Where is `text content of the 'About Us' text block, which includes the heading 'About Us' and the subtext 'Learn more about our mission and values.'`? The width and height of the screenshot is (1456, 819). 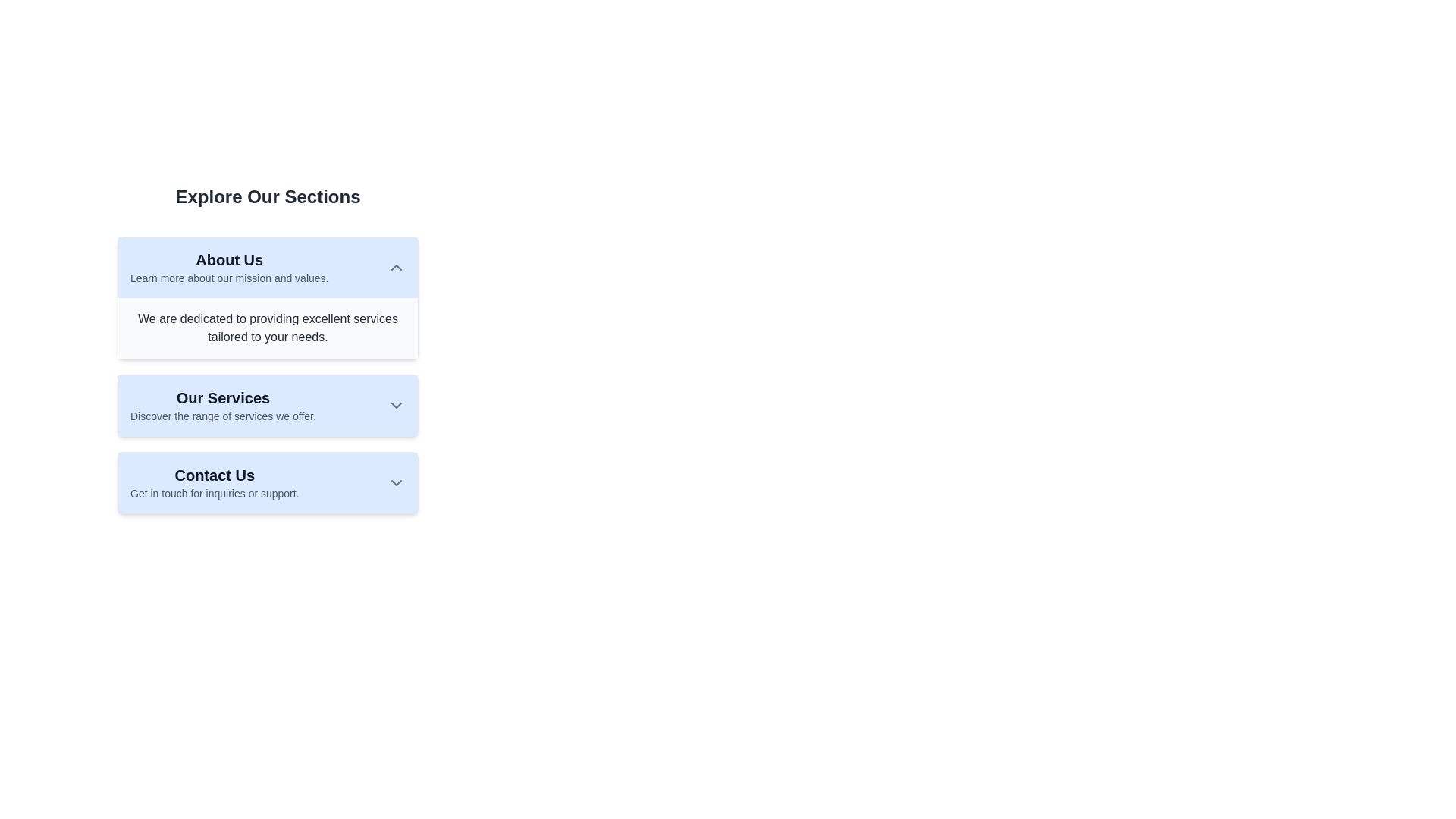
text content of the 'About Us' text block, which includes the heading 'About Us' and the subtext 'Learn more about our mission and values.' is located at coordinates (228, 267).